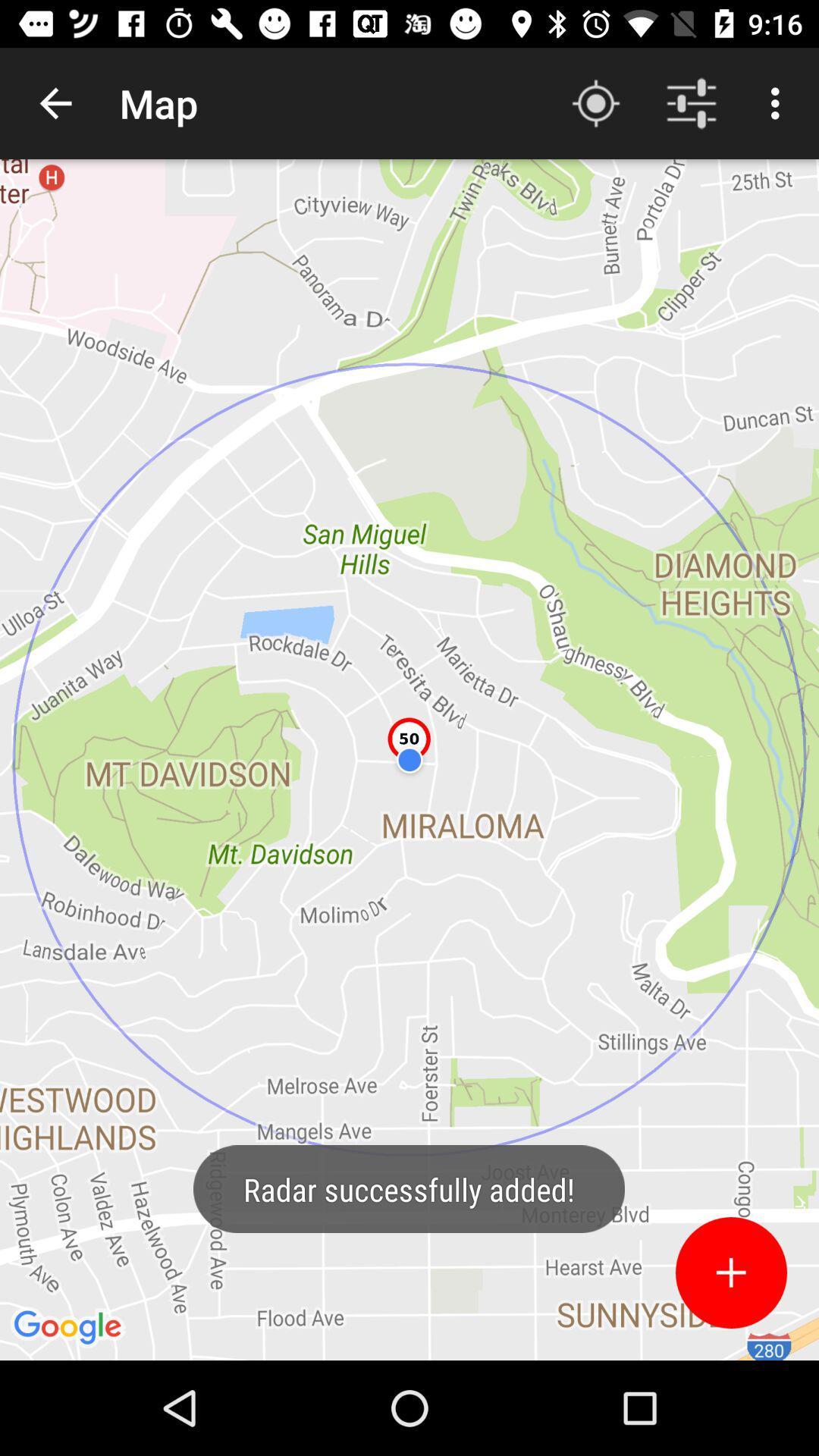 The height and width of the screenshot is (1456, 819). What do you see at coordinates (730, 1272) in the screenshot?
I see `item at the bottom right corner` at bounding box center [730, 1272].